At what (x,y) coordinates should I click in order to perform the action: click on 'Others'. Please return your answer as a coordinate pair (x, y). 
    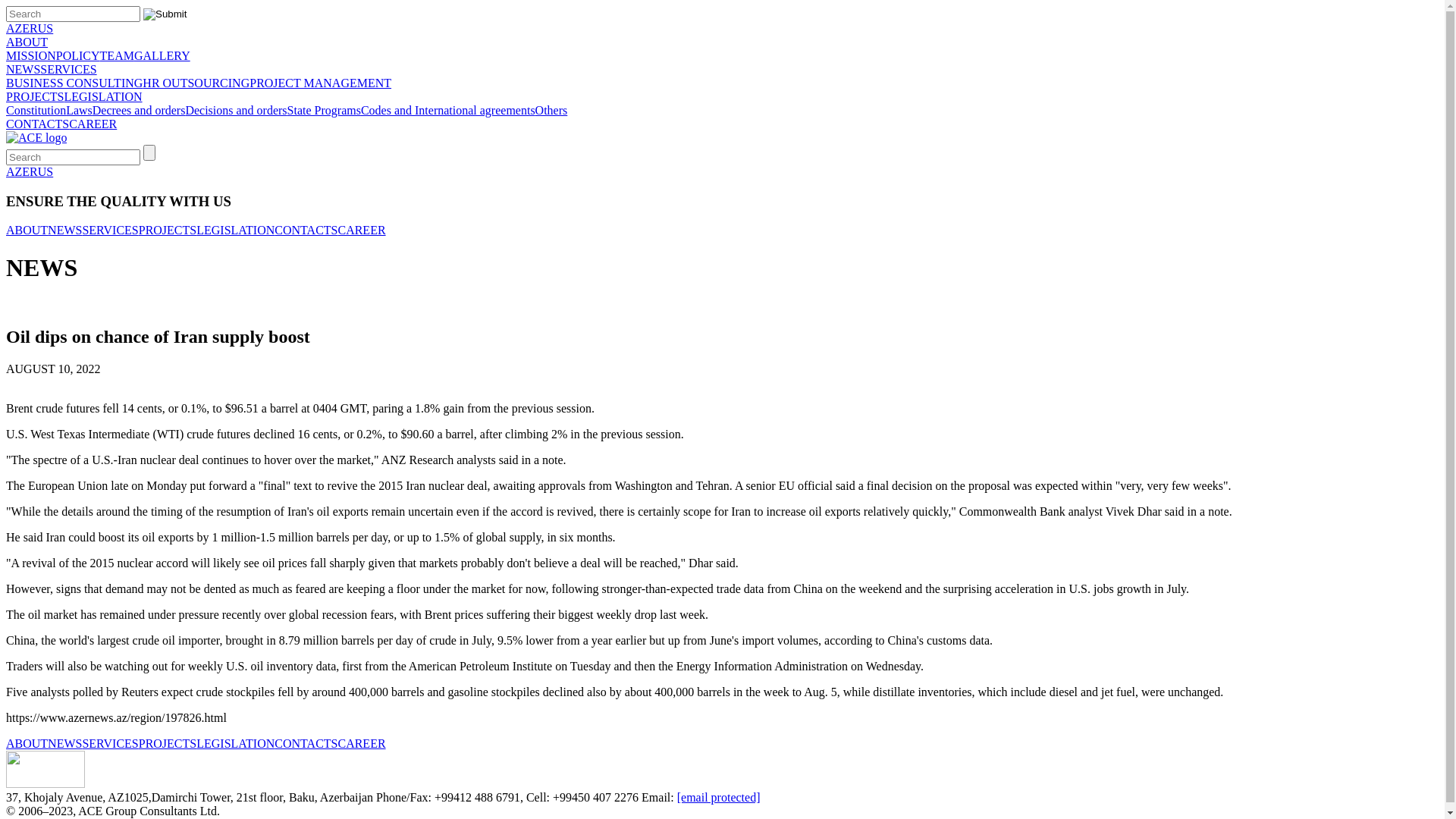
    Looking at the image, I should click on (535, 109).